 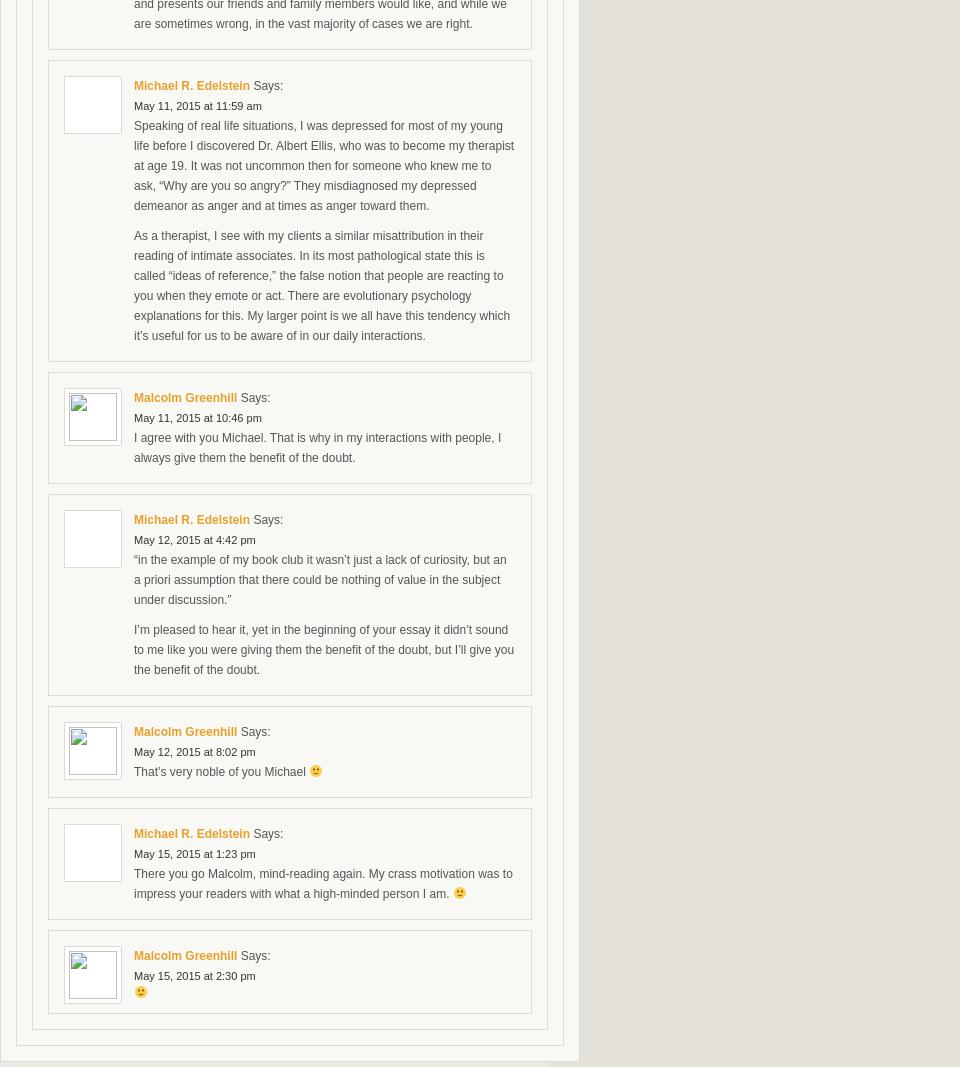 I want to click on 'There you go Malcolm, mind-reading again. My crass motivation was to impress your readers with what a high-minded person I am.', so click(x=323, y=883).